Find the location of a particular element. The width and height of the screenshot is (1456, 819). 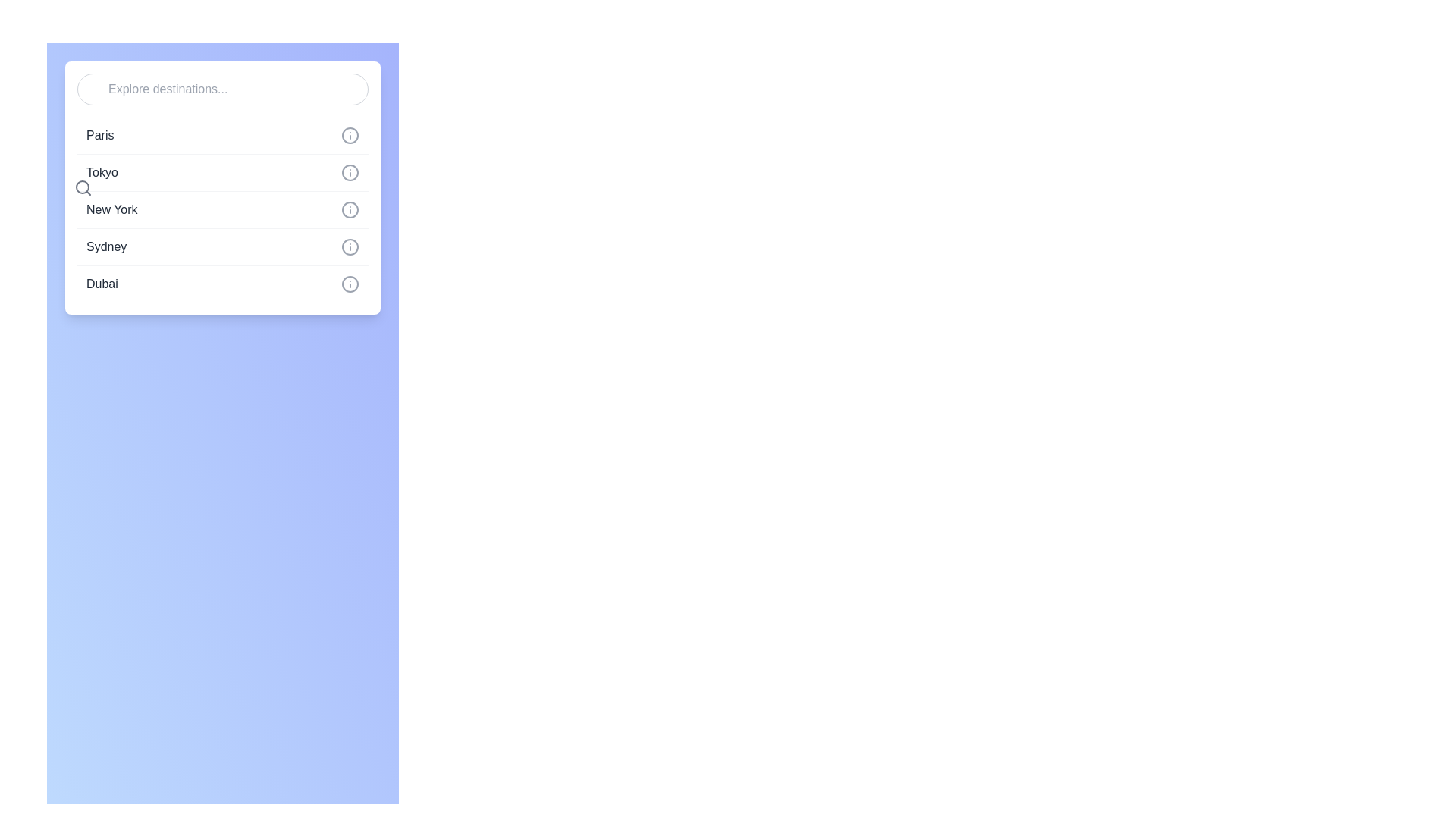

the circular icon with a gray outline and central dot, located to the right of the text 'Dubai', in the last row below 'Explore destinations...' is located at coordinates (349, 284).